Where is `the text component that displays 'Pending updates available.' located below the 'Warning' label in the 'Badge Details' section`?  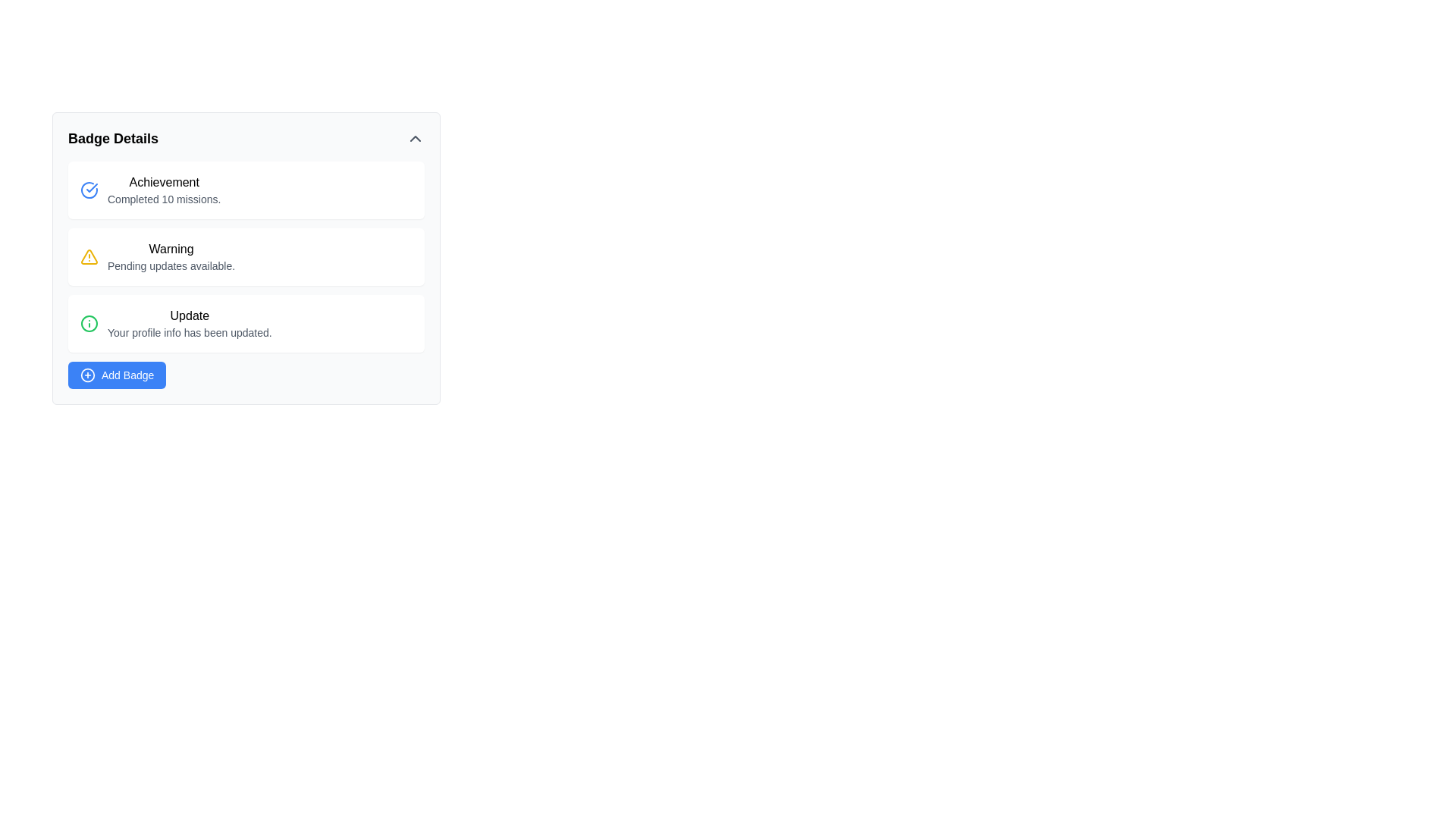
the text component that displays 'Pending updates available.' located below the 'Warning' label in the 'Badge Details' section is located at coordinates (171, 265).